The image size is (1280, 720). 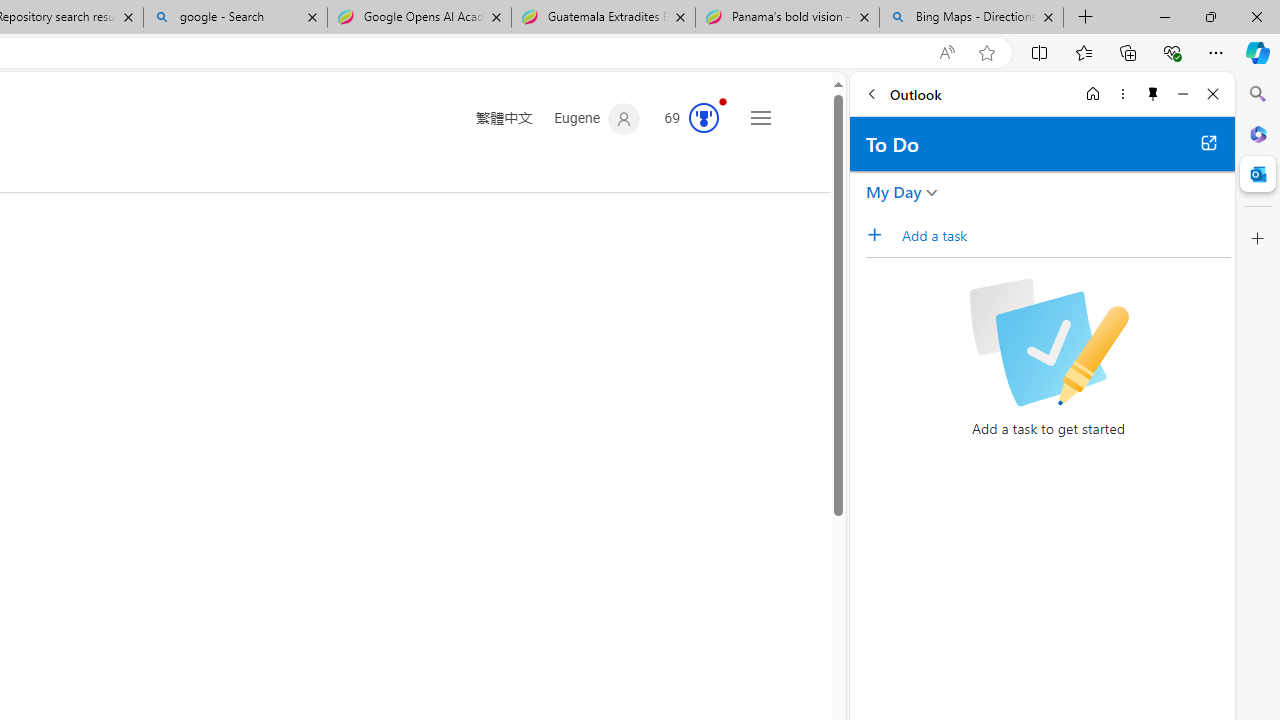 What do you see at coordinates (759, 118) in the screenshot?
I see `'Settings and quick links'` at bounding box center [759, 118].